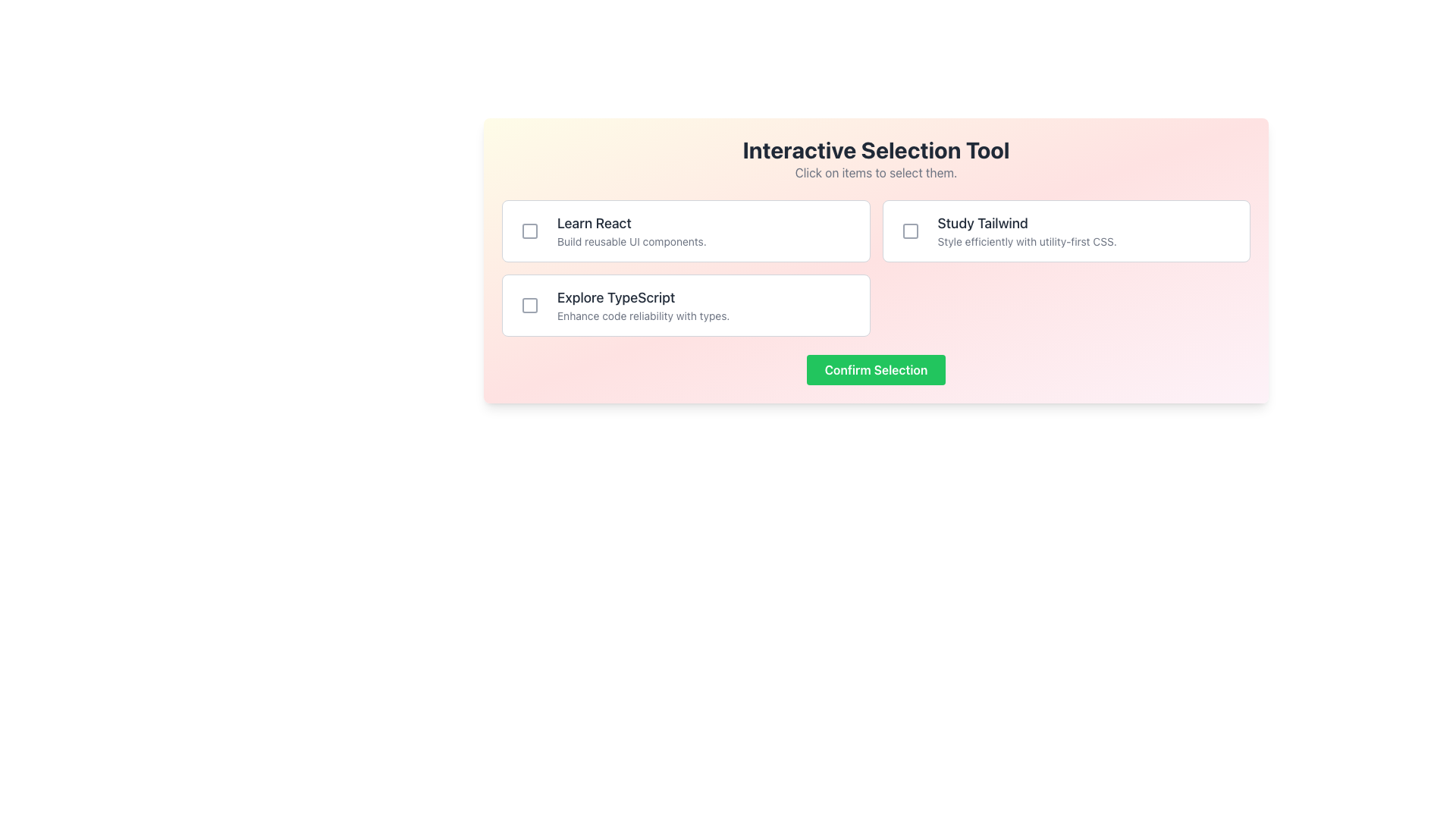 Image resolution: width=1456 pixels, height=819 pixels. I want to click on inner square SVG element representing the state of the checkbox for the 'Study Tailwind' option, so click(910, 231).